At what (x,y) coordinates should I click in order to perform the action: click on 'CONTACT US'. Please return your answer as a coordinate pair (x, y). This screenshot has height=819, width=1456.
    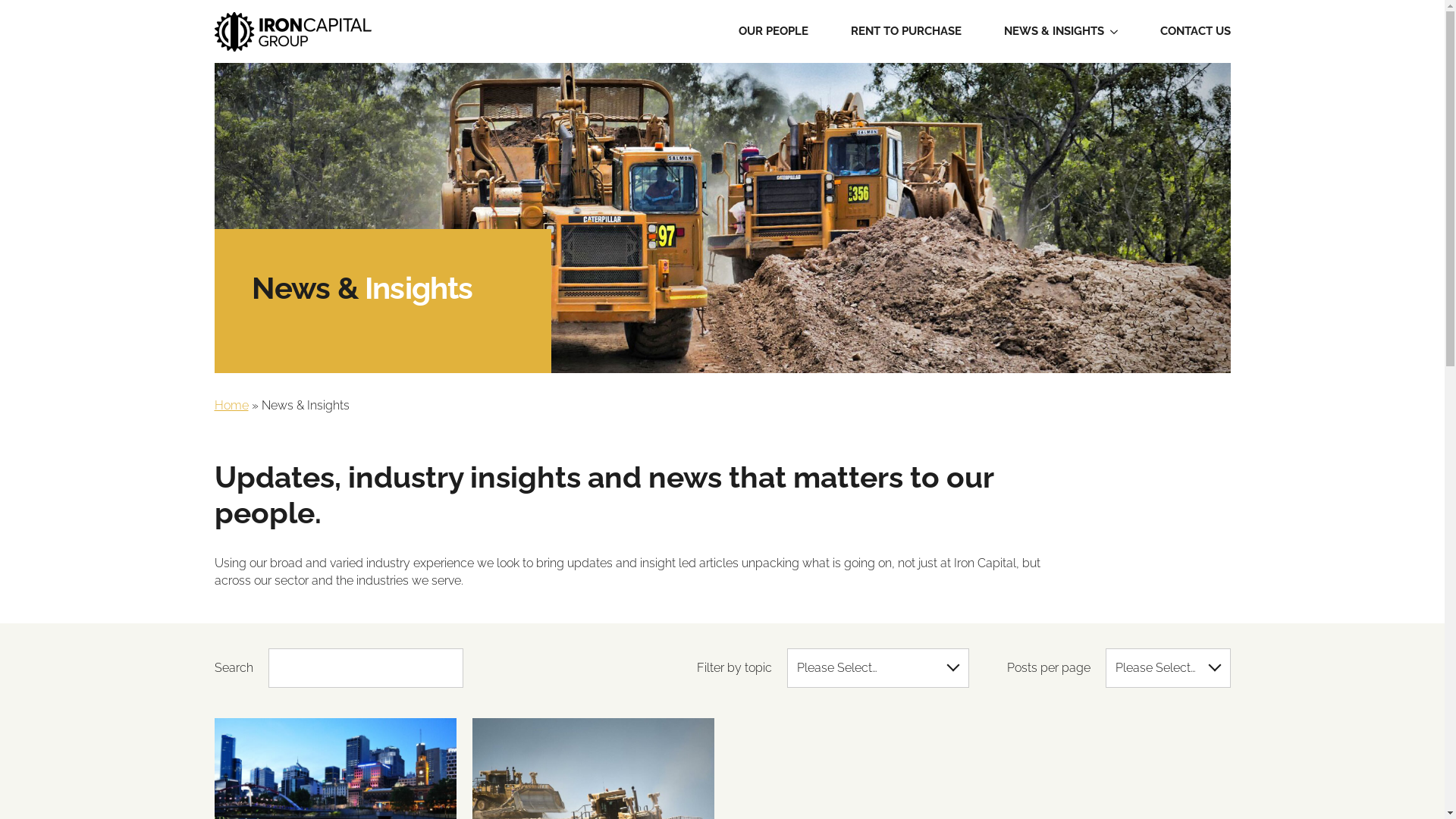
    Looking at the image, I should click on (1194, 32).